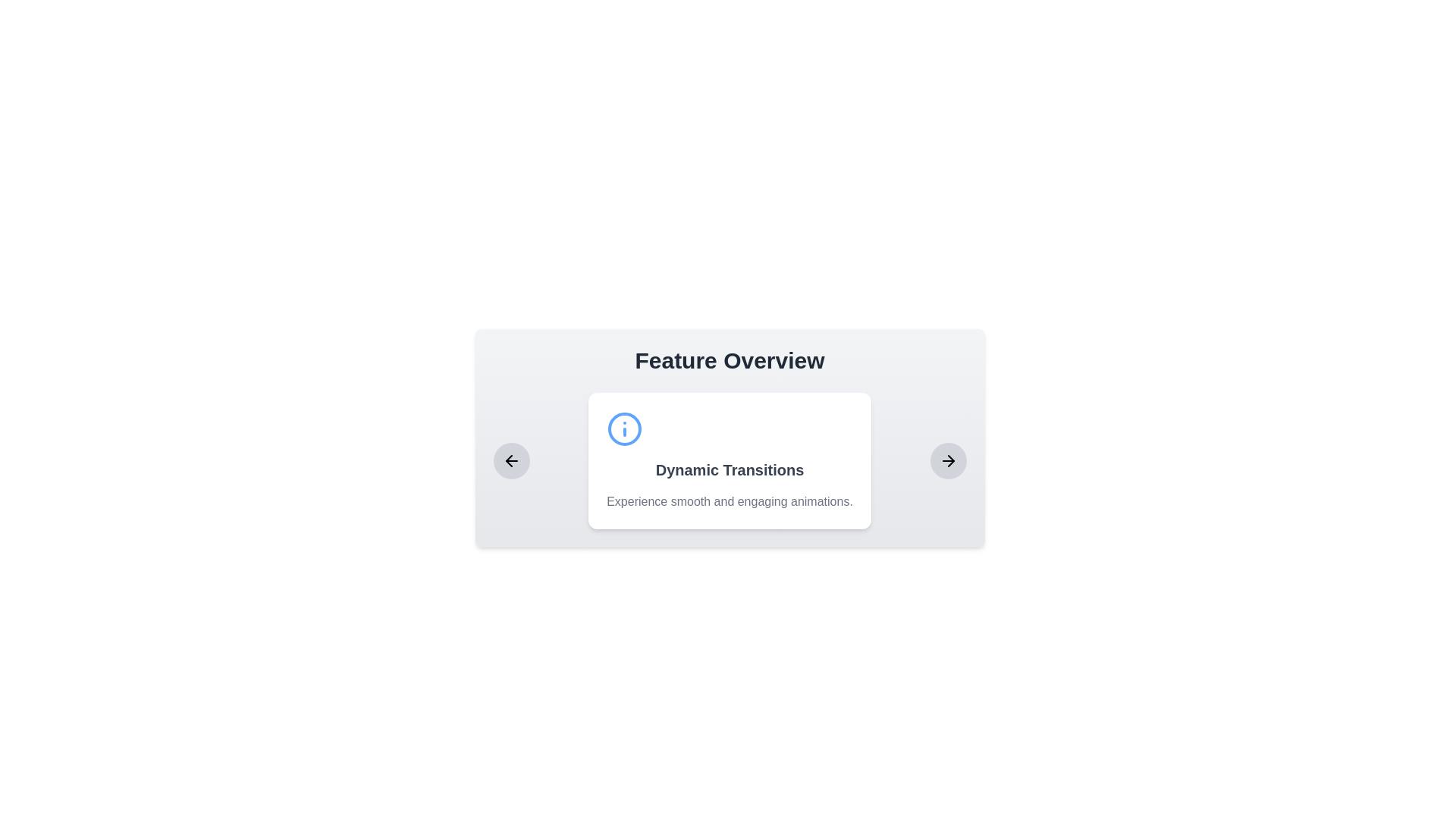 This screenshot has width=1456, height=819. Describe the element at coordinates (947, 460) in the screenshot. I see `the arrow icon located within the circular button on the far right of the feature overview card` at that location.